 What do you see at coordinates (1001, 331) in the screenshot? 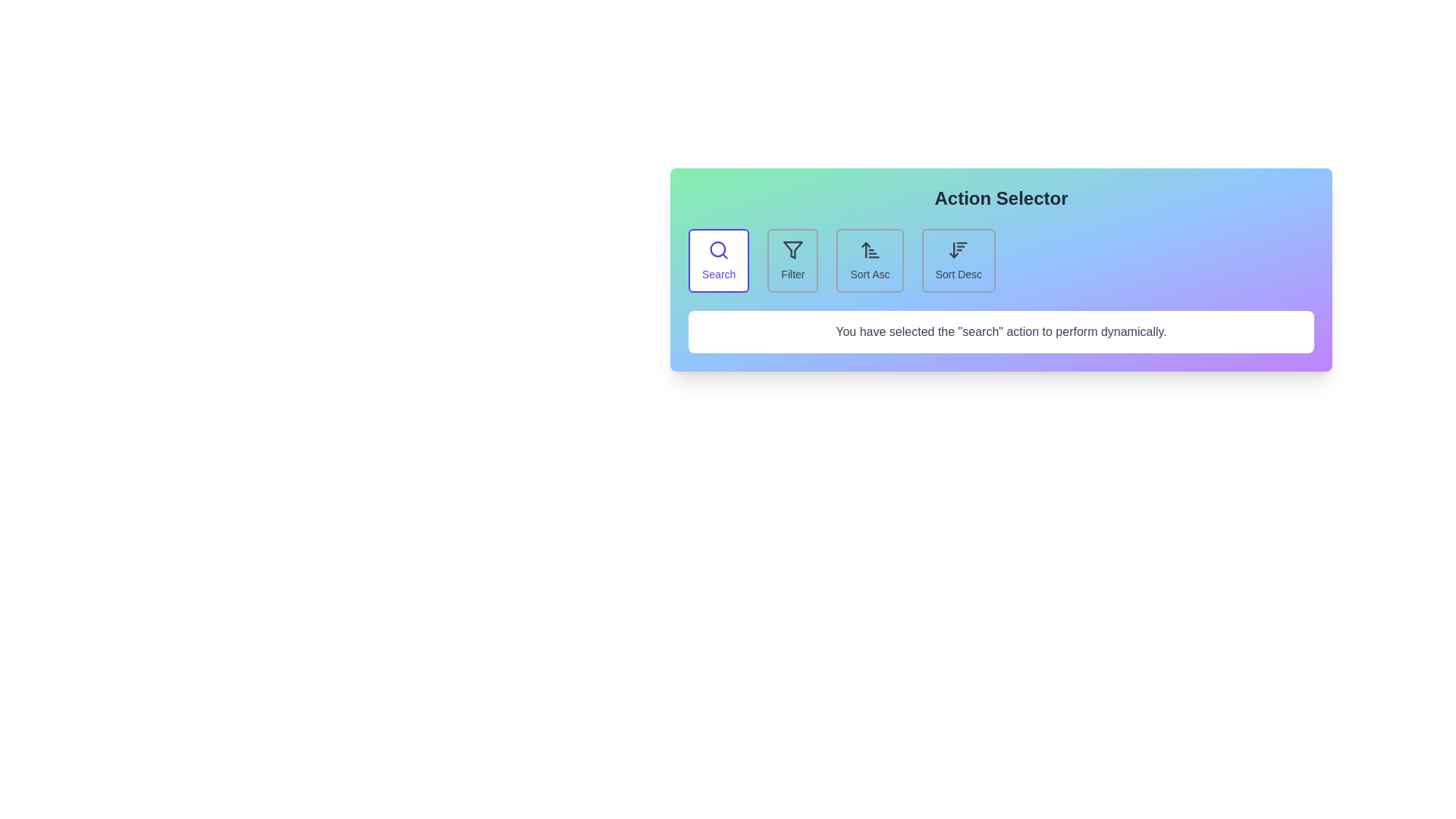
I see `the Text Display Box that contains the message 'You have selected the "search" action to perform dynamically.' located at the bottom of the 'Action Selector' panel` at bounding box center [1001, 331].